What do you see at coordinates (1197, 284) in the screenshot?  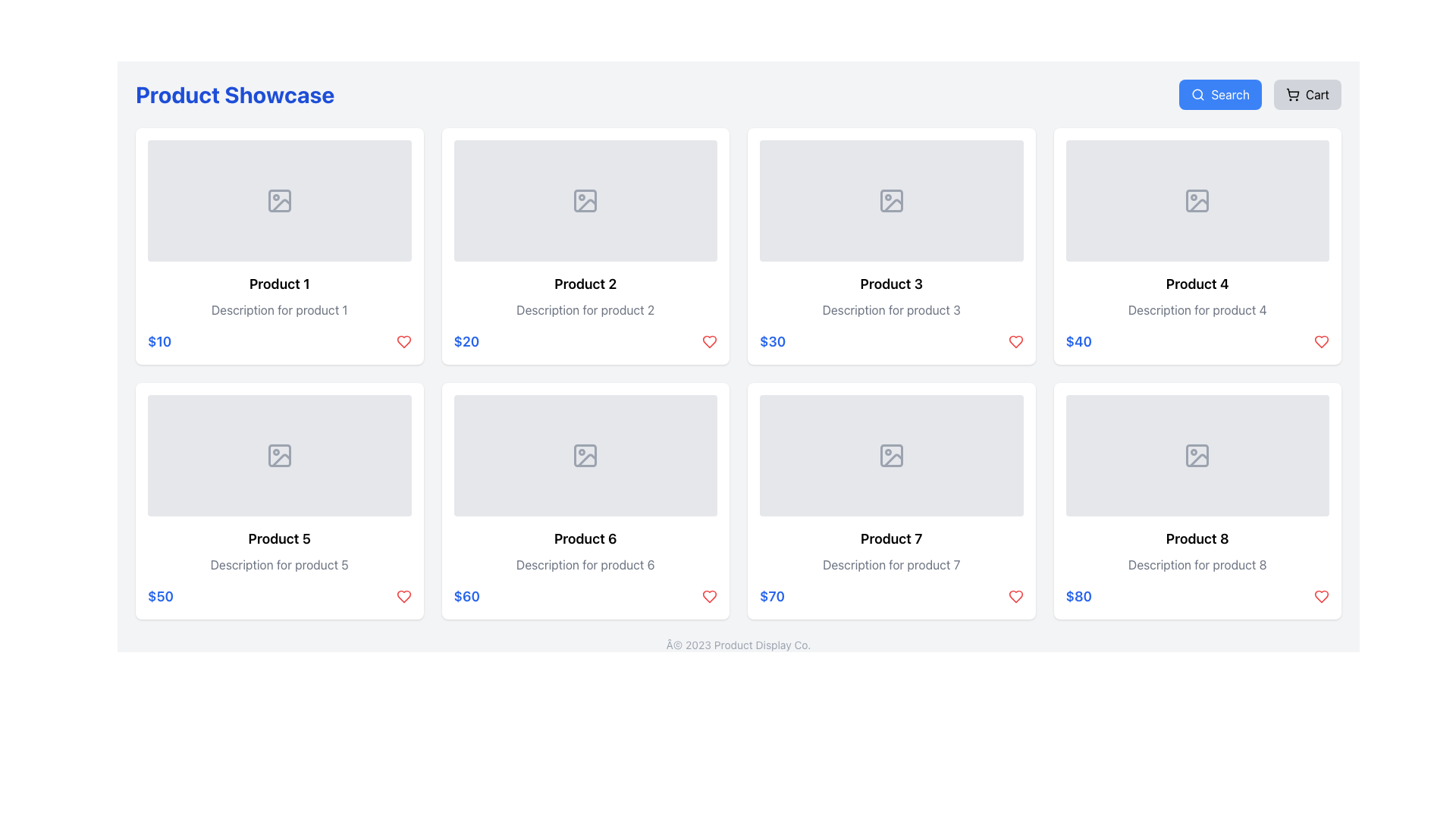 I see `the product title text label, which is centrally positioned above the description text and below an image placeholder in the fourth position of the grid layout, to associate it with the product it labels` at bounding box center [1197, 284].